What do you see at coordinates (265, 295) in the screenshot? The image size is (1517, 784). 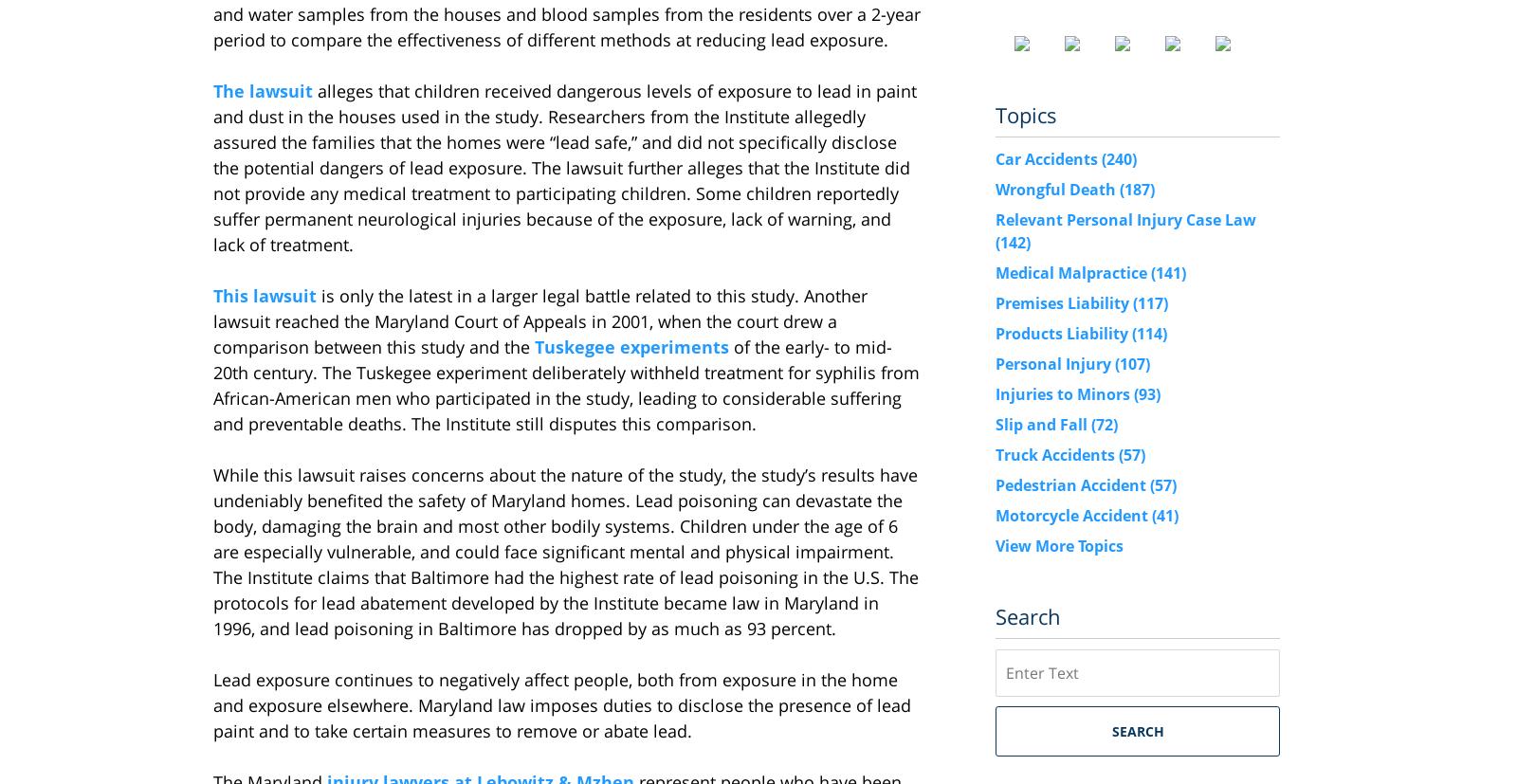 I see `'This lawsuit'` at bounding box center [265, 295].